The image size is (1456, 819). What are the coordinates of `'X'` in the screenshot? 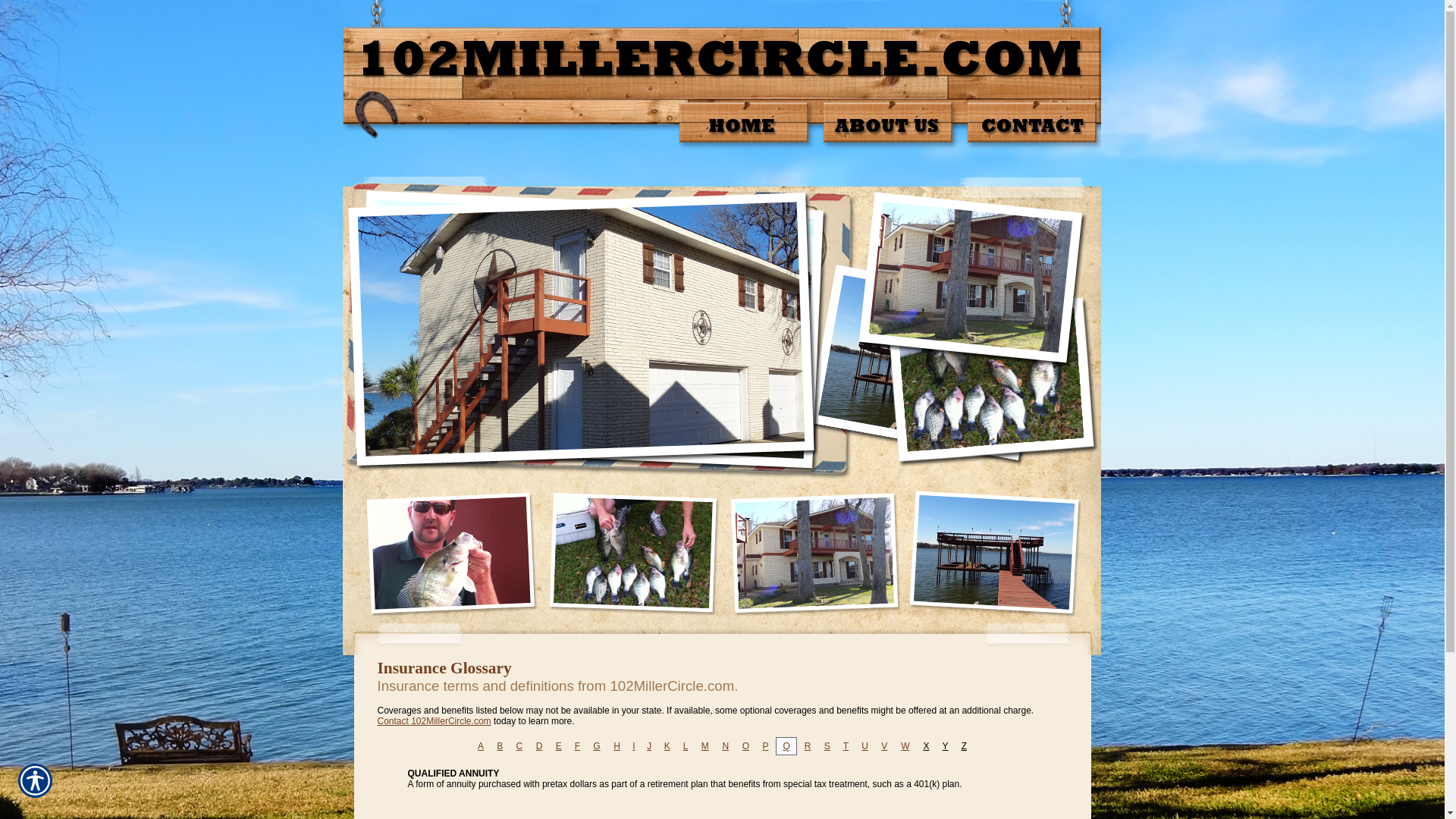 It's located at (922, 745).